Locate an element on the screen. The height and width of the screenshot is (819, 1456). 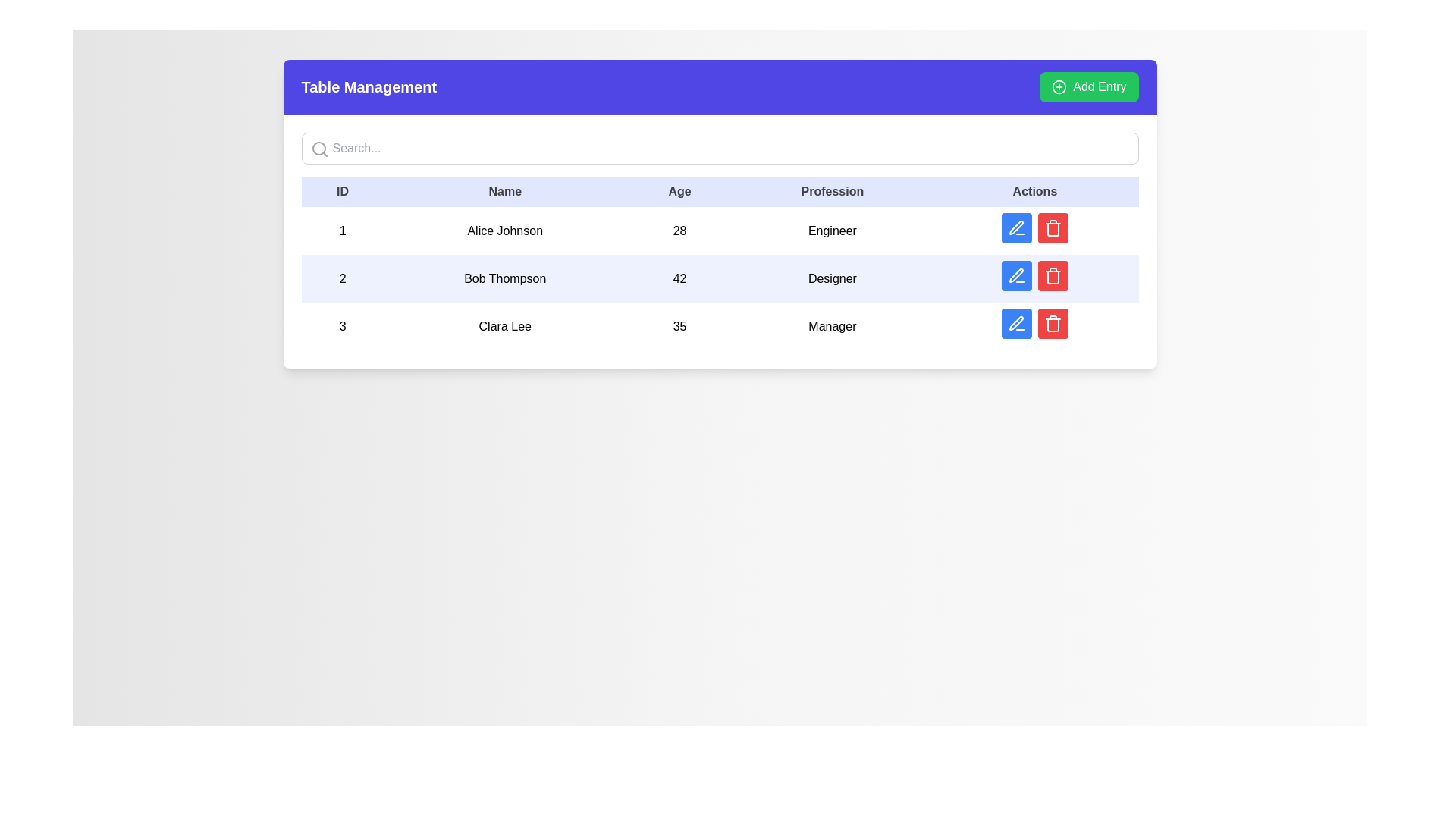
the icon button in the 'Actions' column of the table to initiate an edit action for the row corresponding to 'Bob Thompson' is located at coordinates (1016, 227).